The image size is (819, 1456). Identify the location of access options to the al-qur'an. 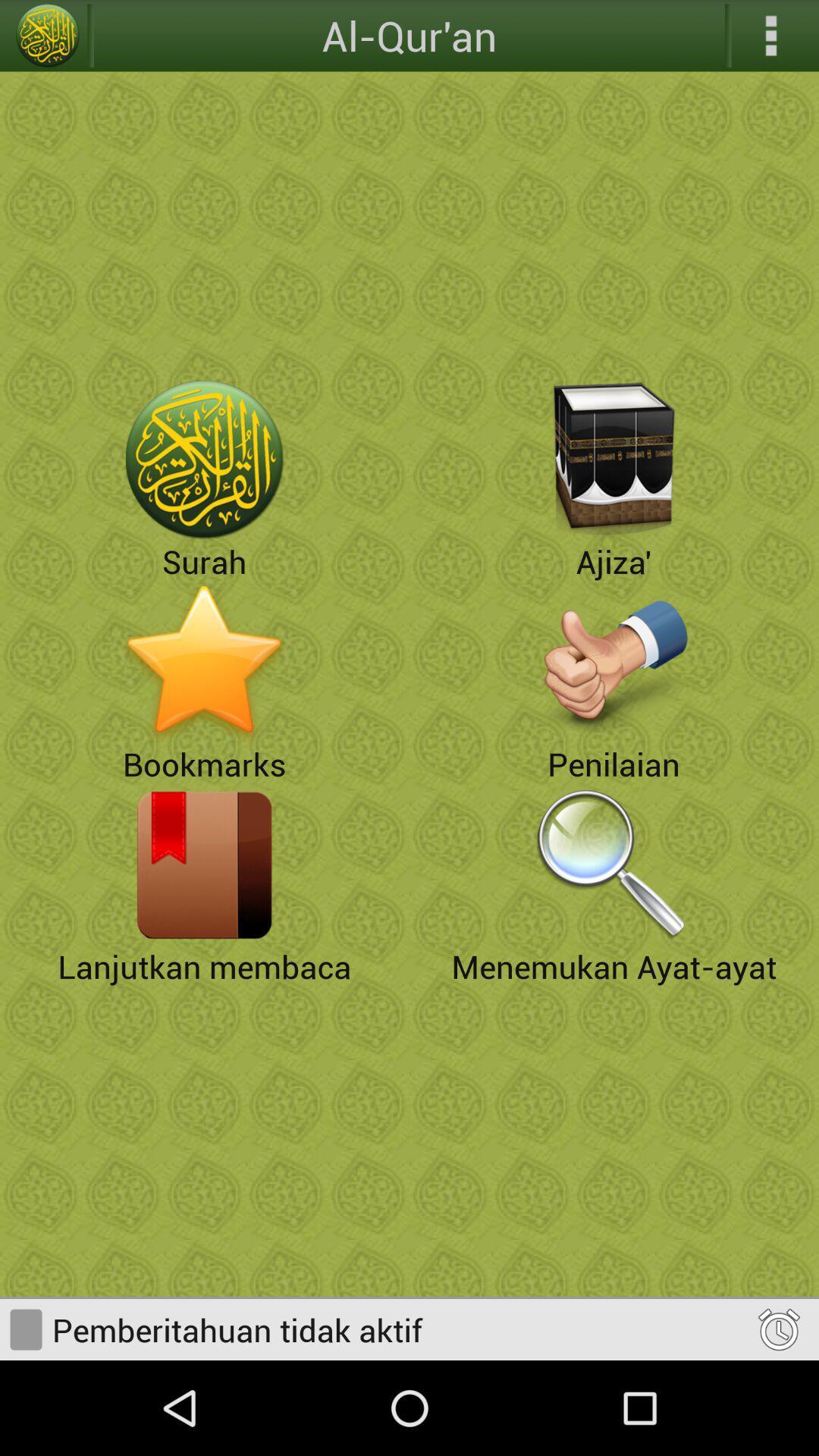
(771, 36).